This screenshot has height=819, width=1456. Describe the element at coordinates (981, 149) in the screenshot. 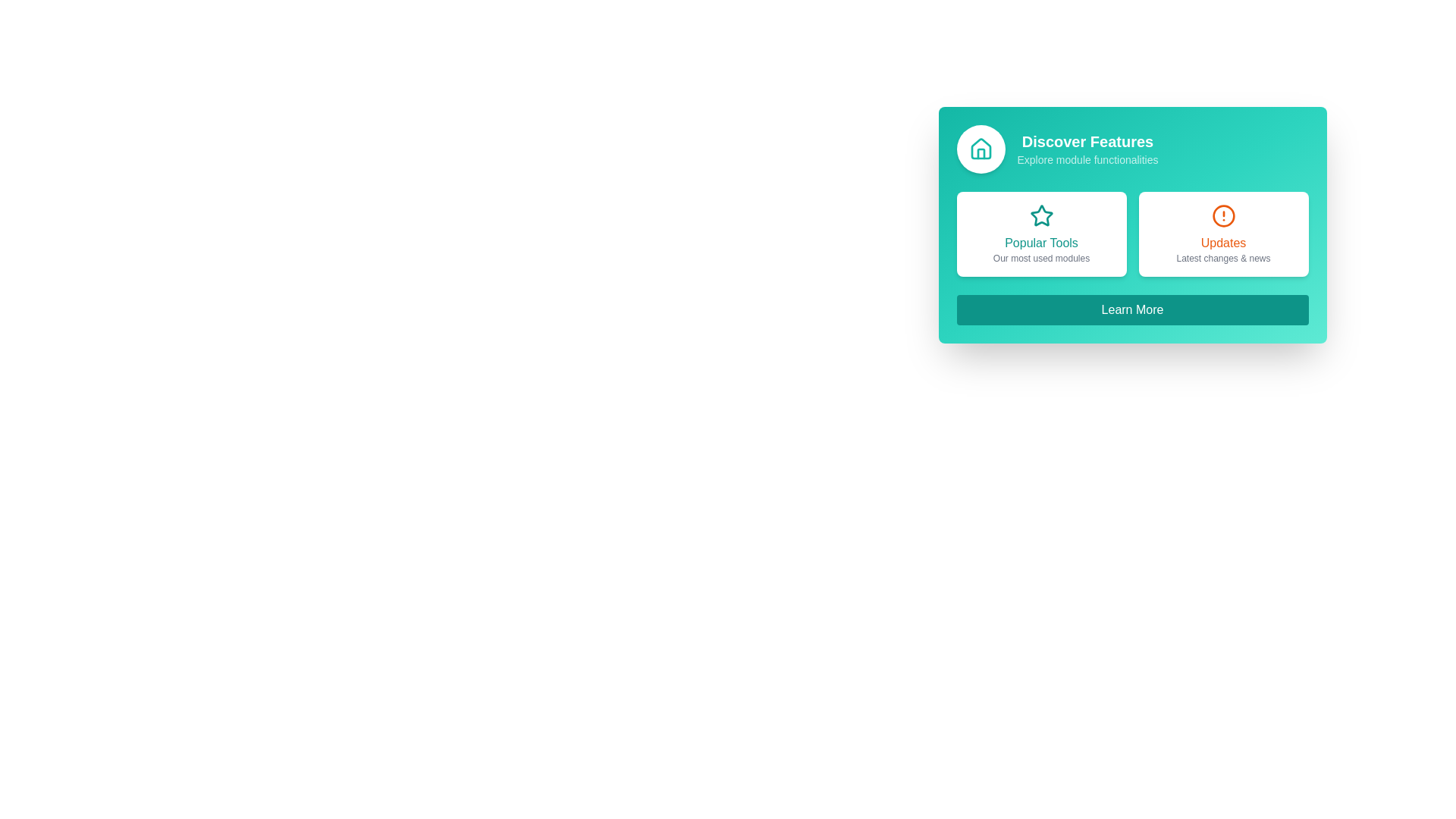

I see `the house-shaped icon with a teal color that is centered within the round teal background, located above the 'Discover Features' text` at that location.